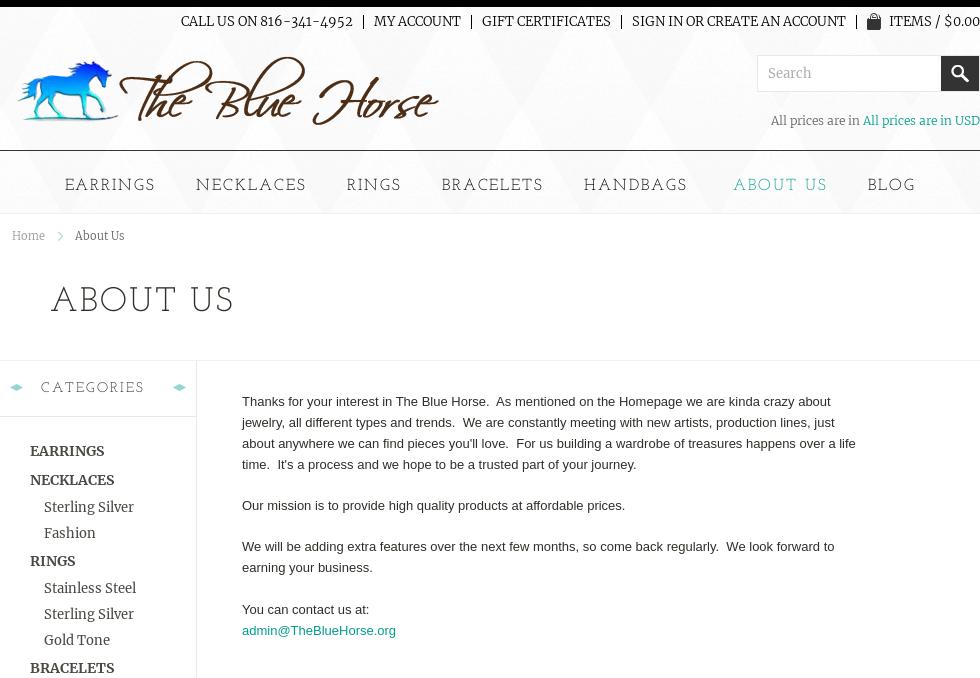 This screenshot has height=678, width=980. What do you see at coordinates (93, 386) in the screenshot?
I see `'Categories'` at bounding box center [93, 386].